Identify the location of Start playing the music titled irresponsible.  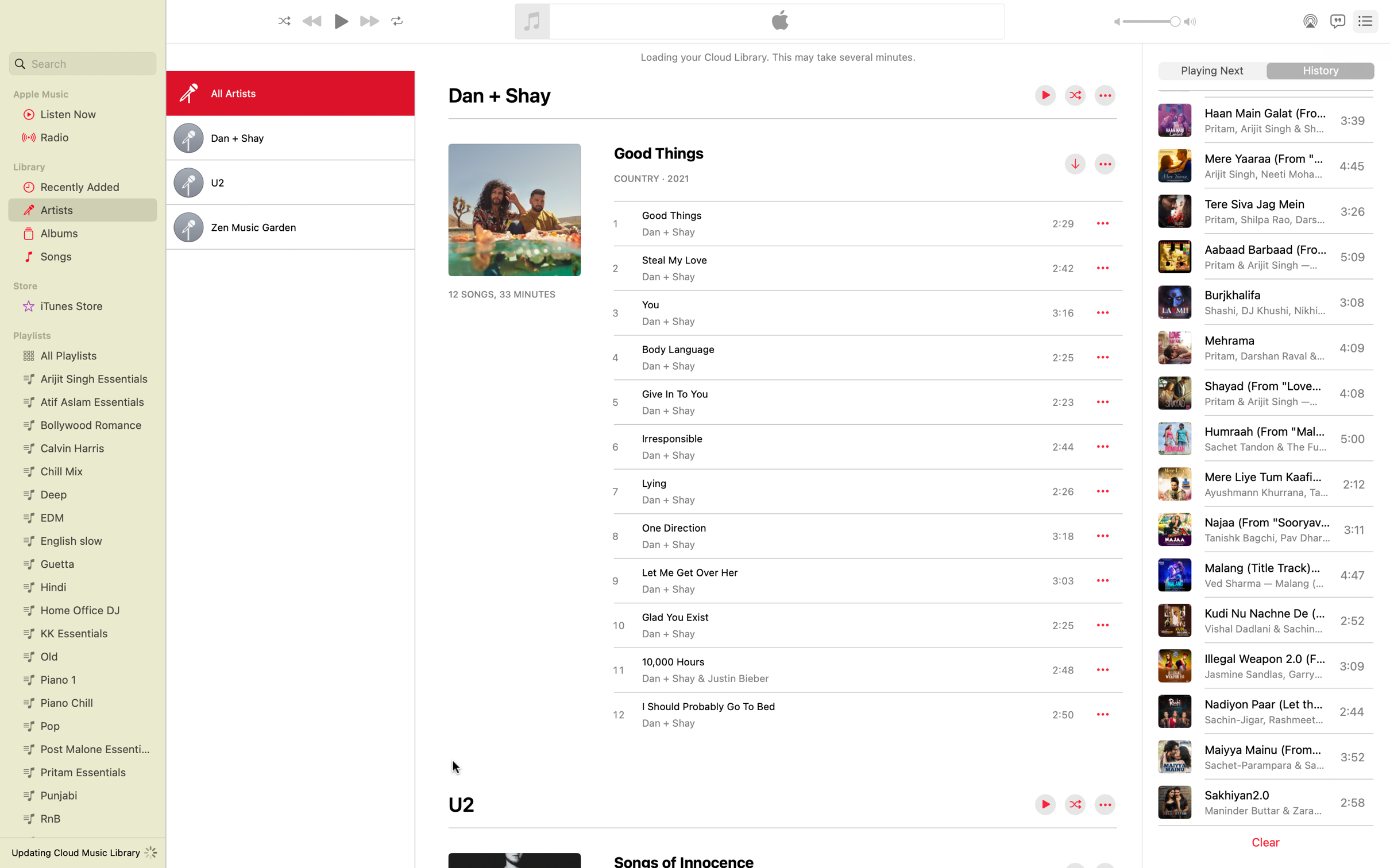
(841, 446).